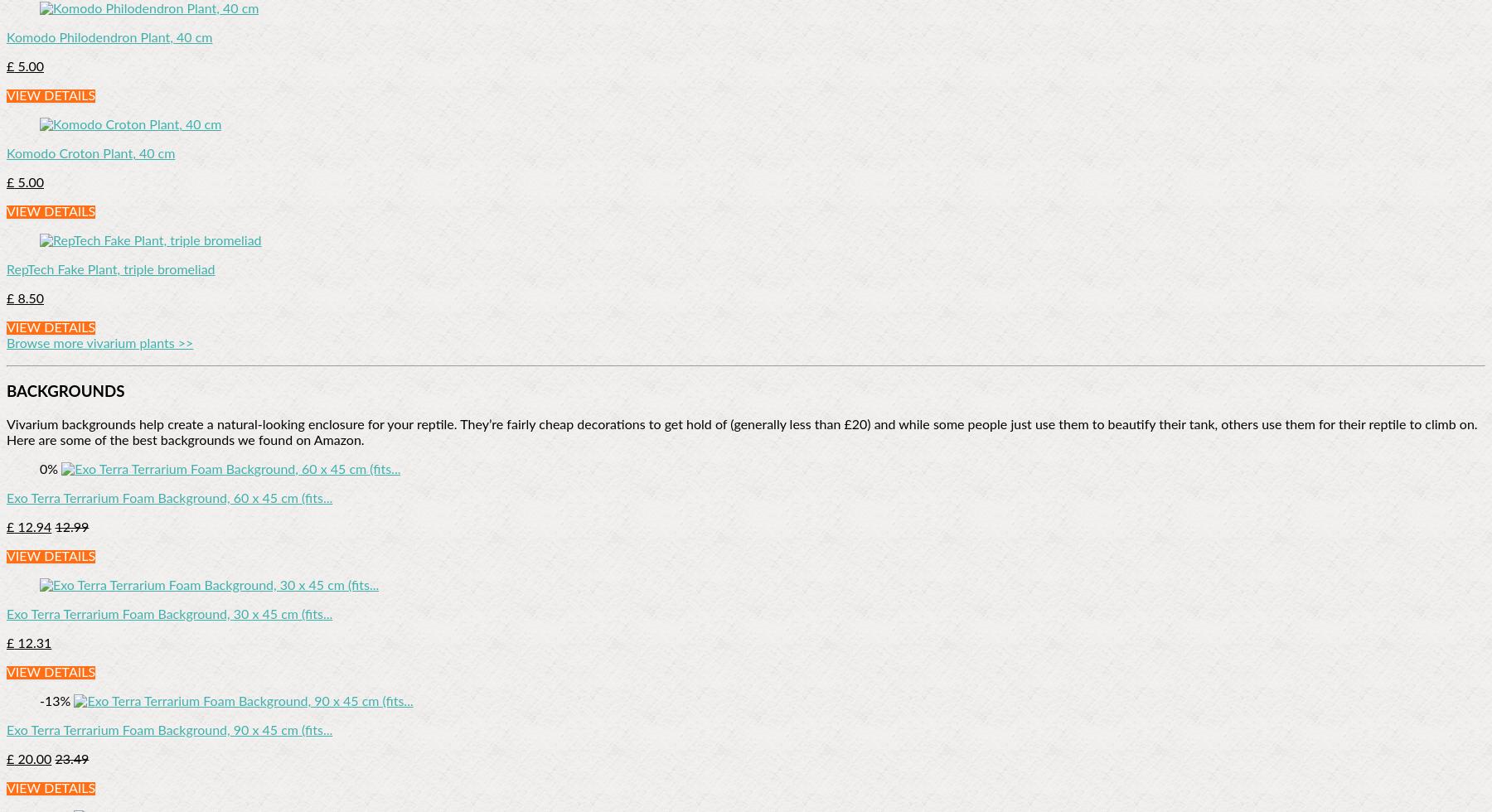 This screenshot has height=812, width=1492. Describe the element at coordinates (90, 154) in the screenshot. I see `'Komodo Croton Plant, 40 cm'` at that location.